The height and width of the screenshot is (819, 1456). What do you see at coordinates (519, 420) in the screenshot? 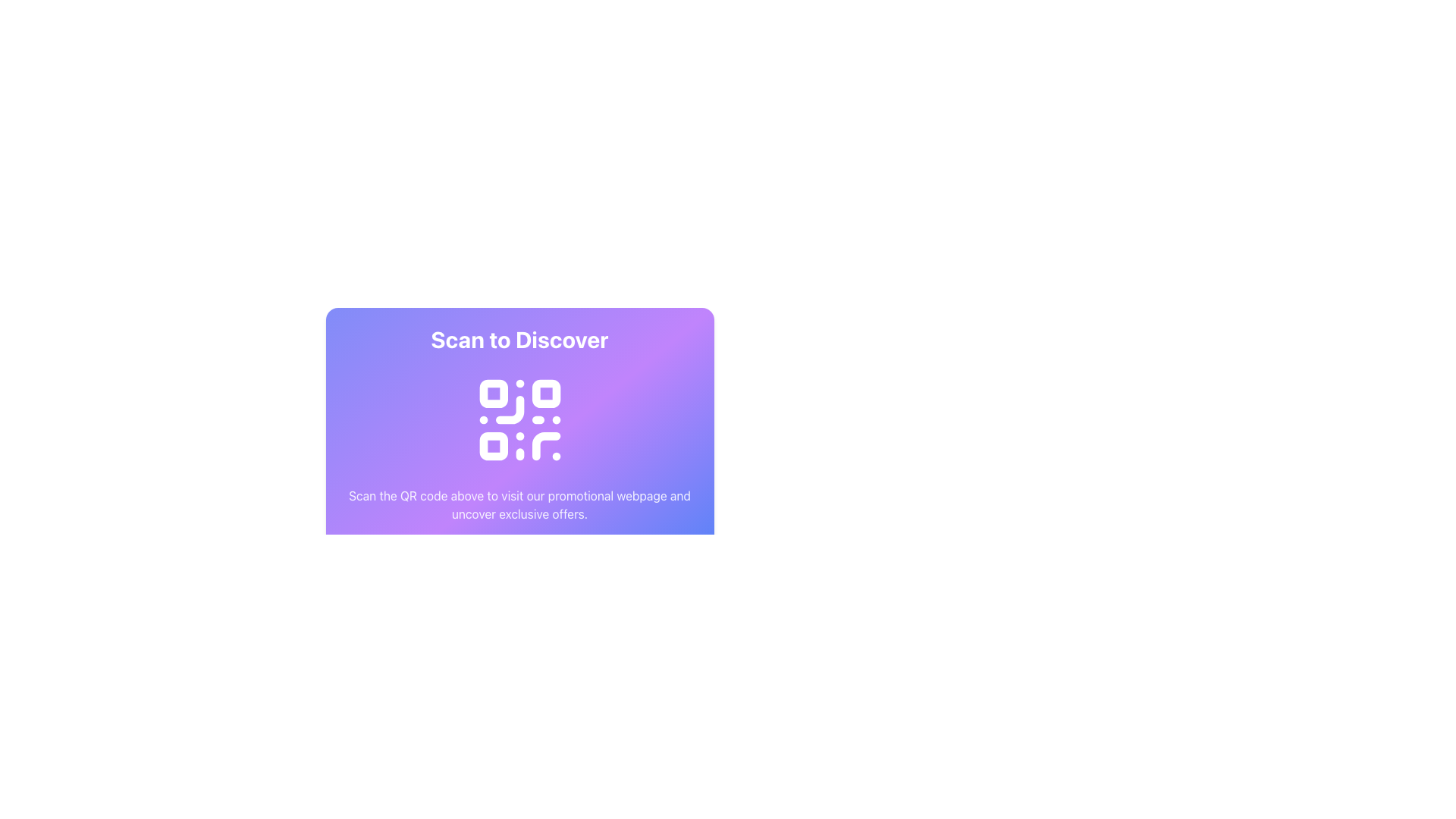
I see `the QR code SVG graphic which features a square grid layout with white blocks on a purple background` at bounding box center [519, 420].